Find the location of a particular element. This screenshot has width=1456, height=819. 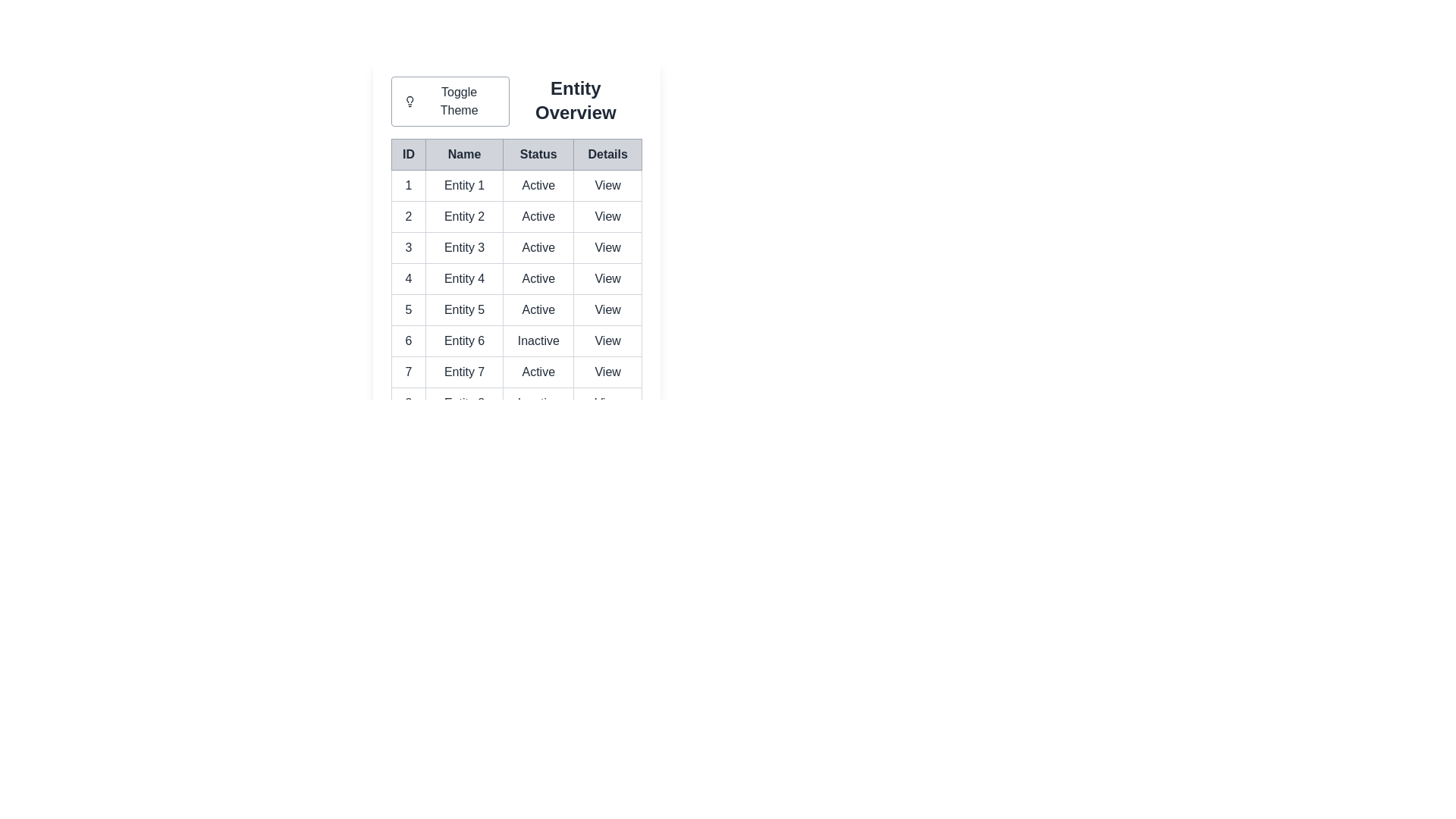

the table header labeled Details to sort the data by that column is located at coordinates (607, 155).